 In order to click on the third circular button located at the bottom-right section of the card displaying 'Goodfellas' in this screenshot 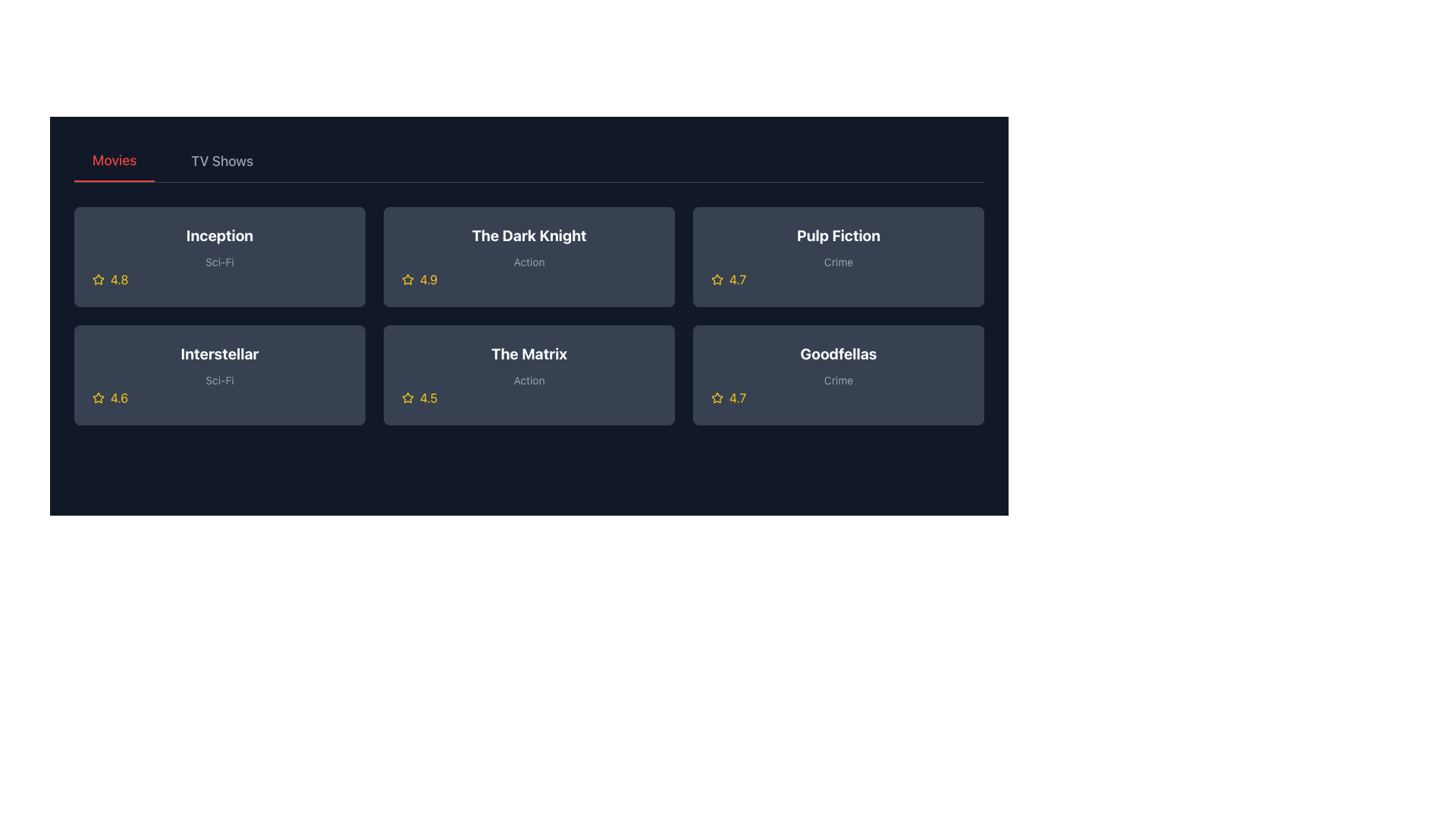, I will do `click(837, 375)`.